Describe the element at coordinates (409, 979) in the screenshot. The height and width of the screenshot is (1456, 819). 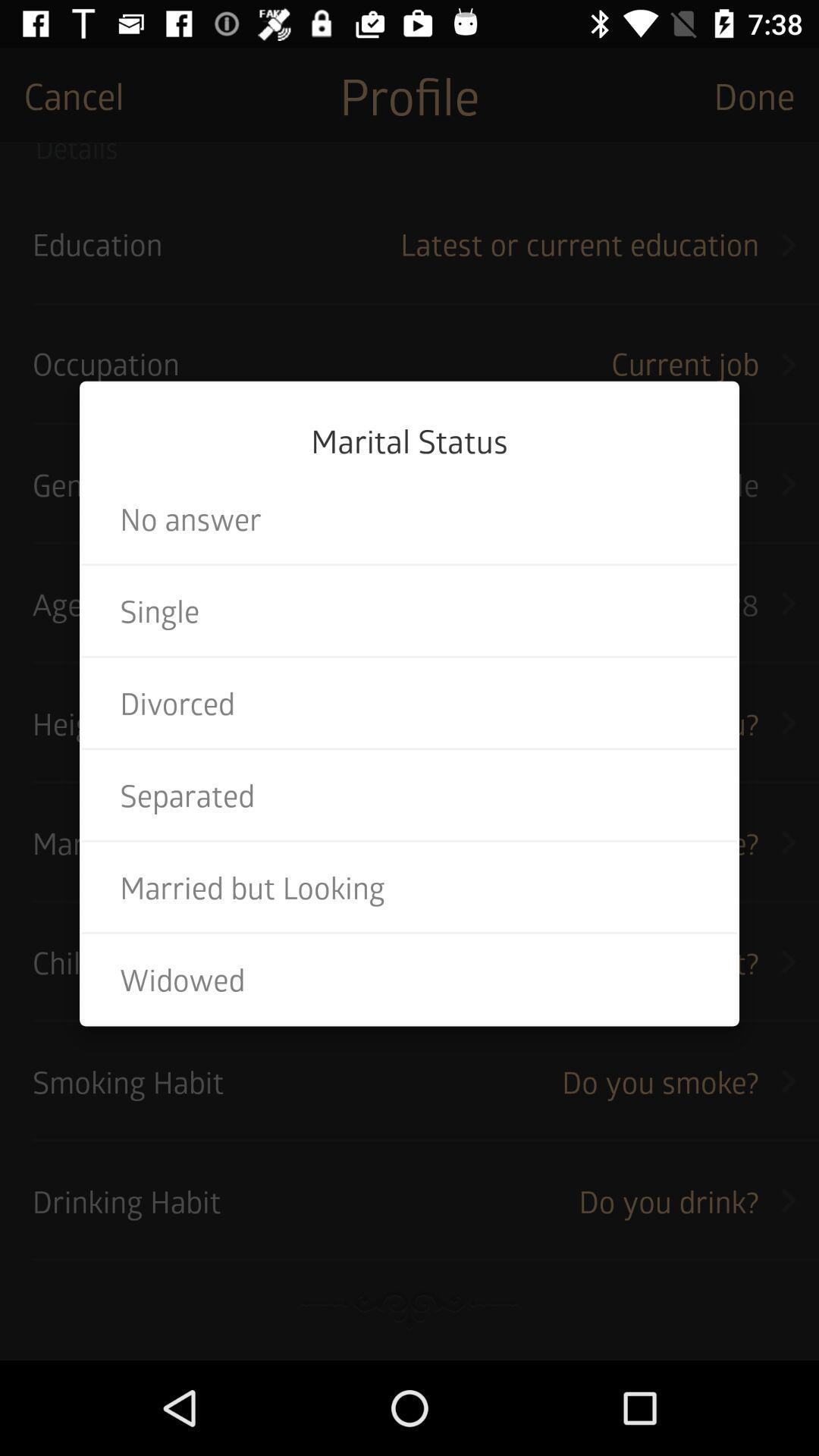
I see `the icon below married but looking item` at that location.